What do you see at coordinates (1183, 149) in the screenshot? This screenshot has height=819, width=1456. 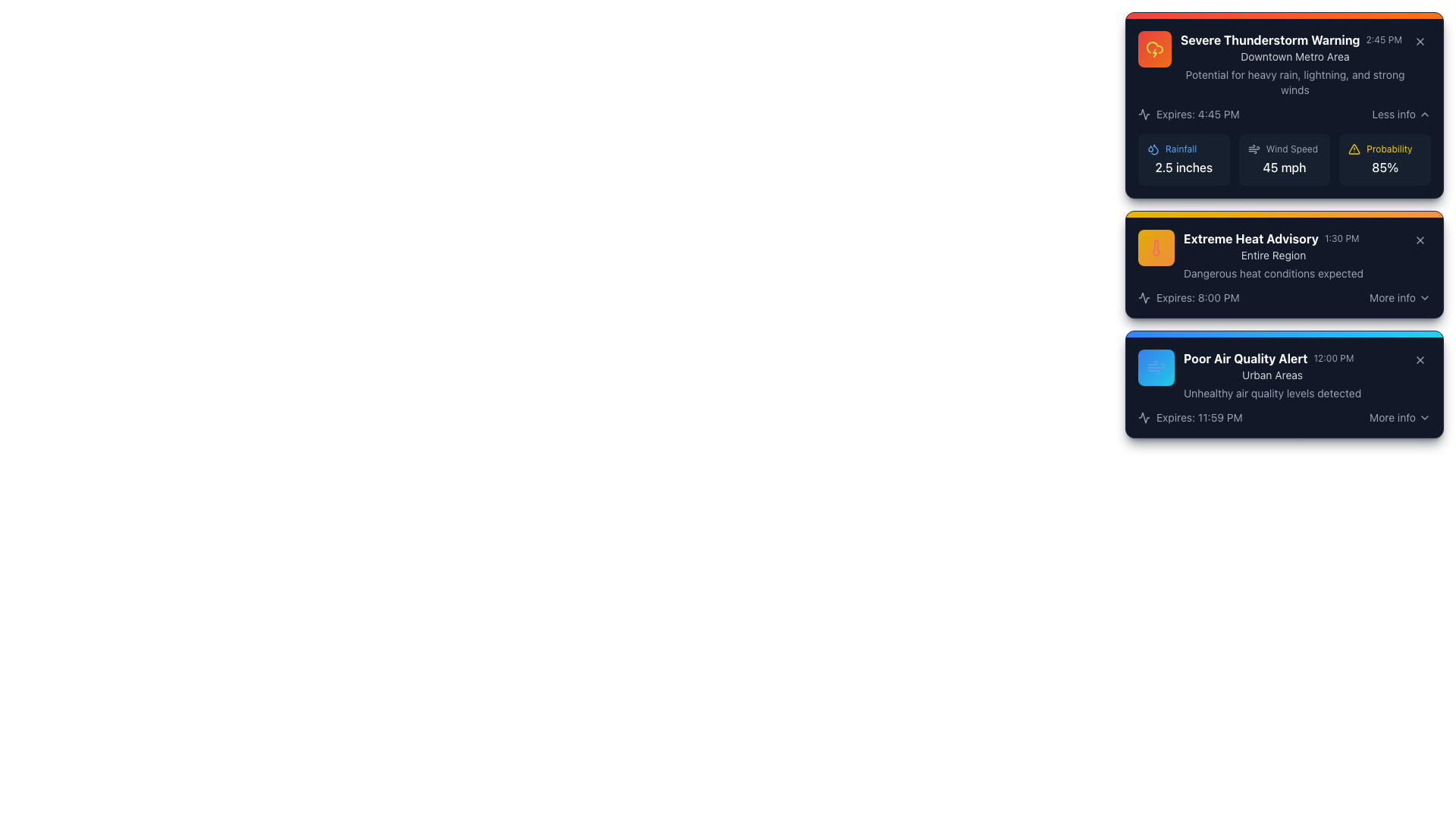 I see `static text label 'Rainfall' which indicates precipitation information, positioned in the upper section of the 'Severe Thunderstorm Warning' card, next to 'Wind Speed' and 'Probability.'` at bounding box center [1183, 149].